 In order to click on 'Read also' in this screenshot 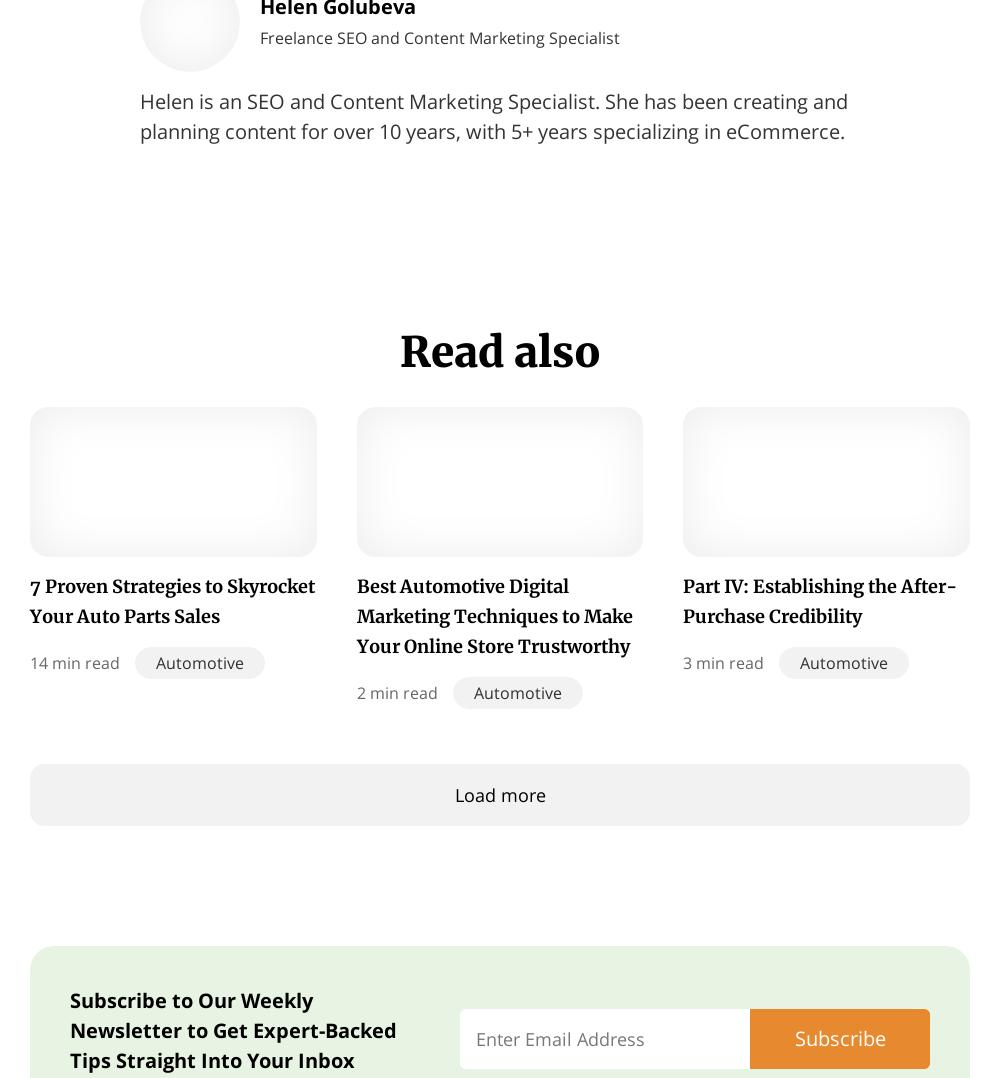, I will do `click(498, 351)`.